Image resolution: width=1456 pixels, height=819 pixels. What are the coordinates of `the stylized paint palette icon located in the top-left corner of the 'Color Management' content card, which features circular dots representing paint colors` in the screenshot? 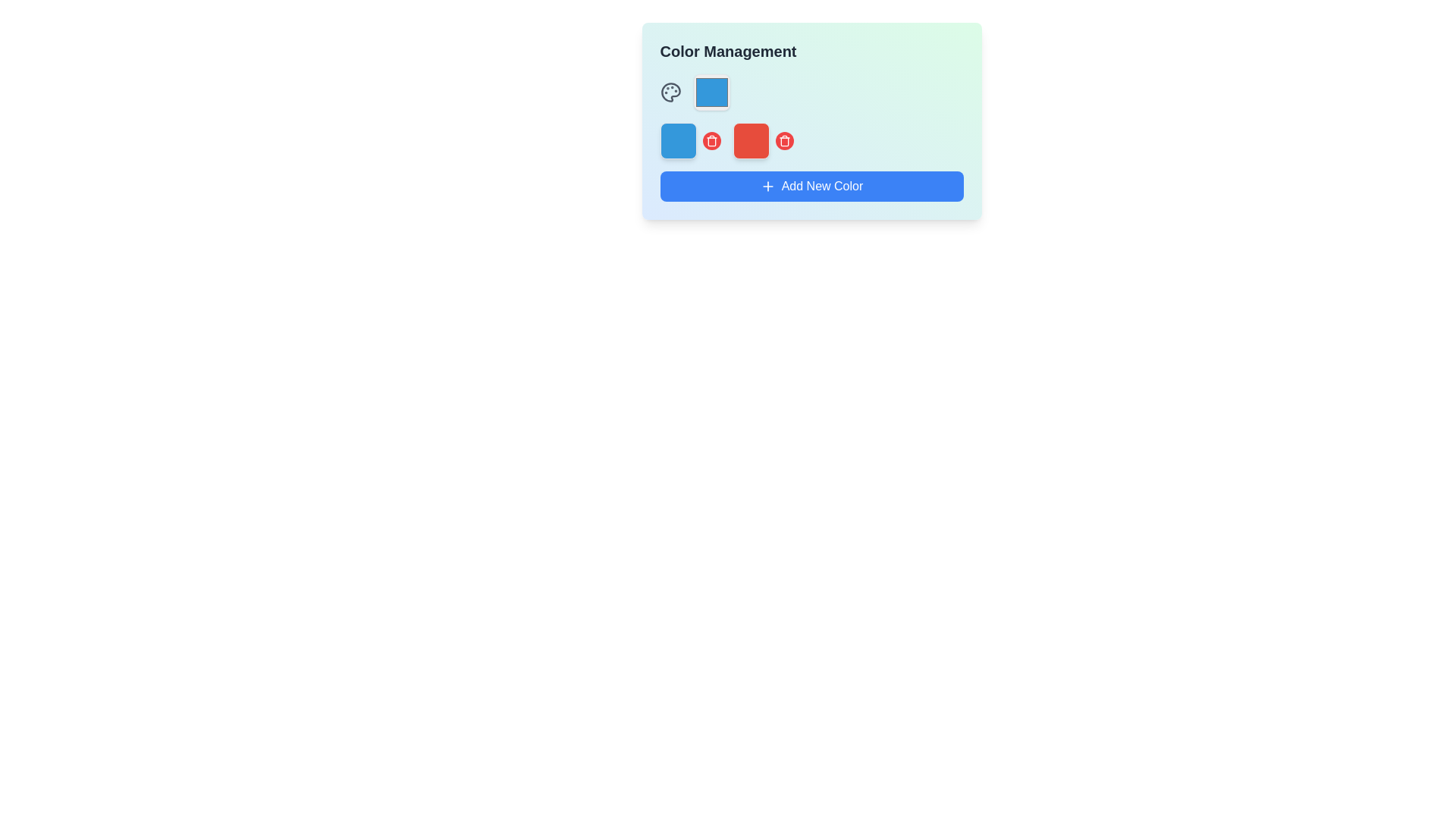 It's located at (670, 93).